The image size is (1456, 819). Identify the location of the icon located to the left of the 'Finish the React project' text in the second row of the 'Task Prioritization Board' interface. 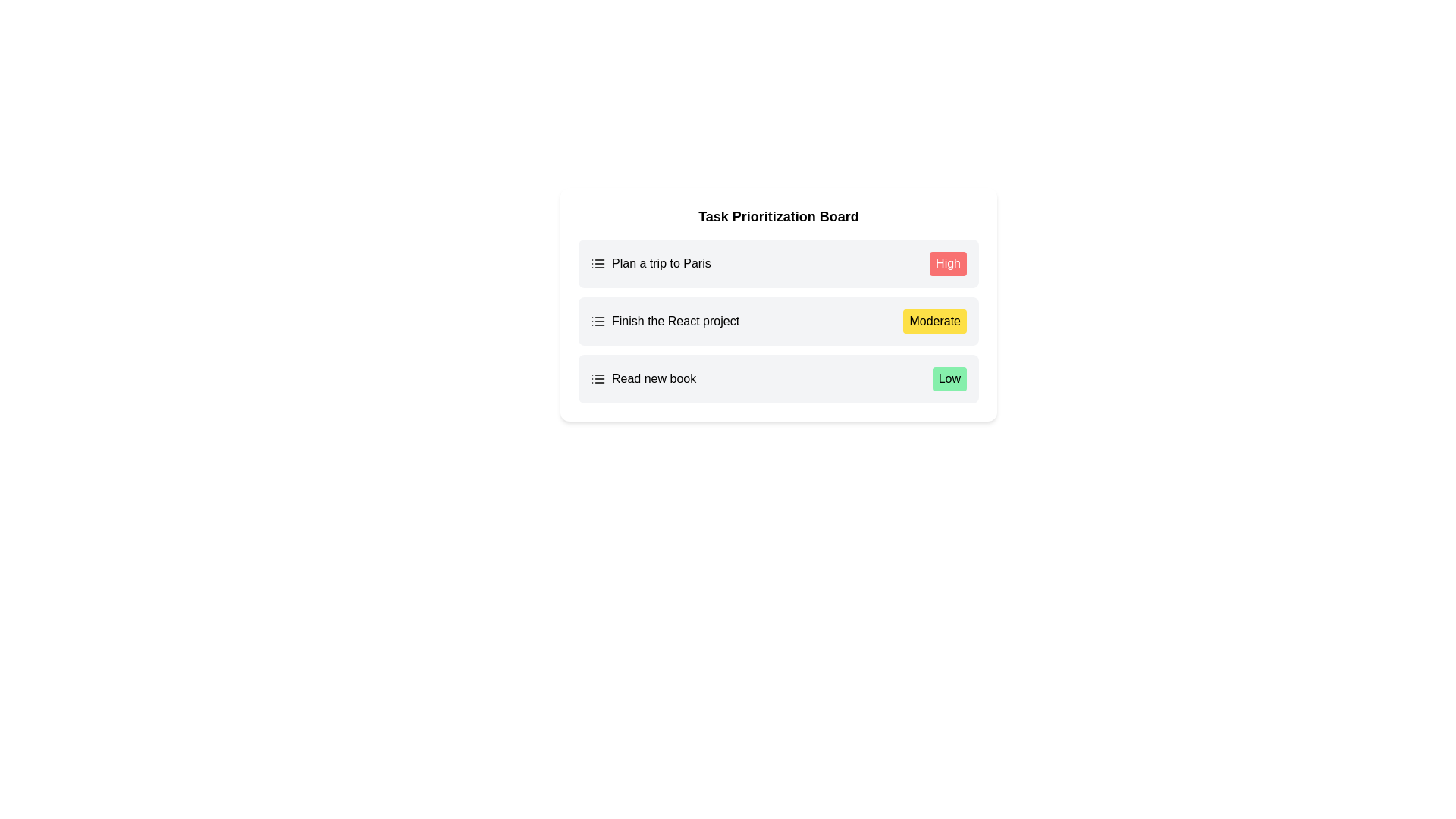
(597, 321).